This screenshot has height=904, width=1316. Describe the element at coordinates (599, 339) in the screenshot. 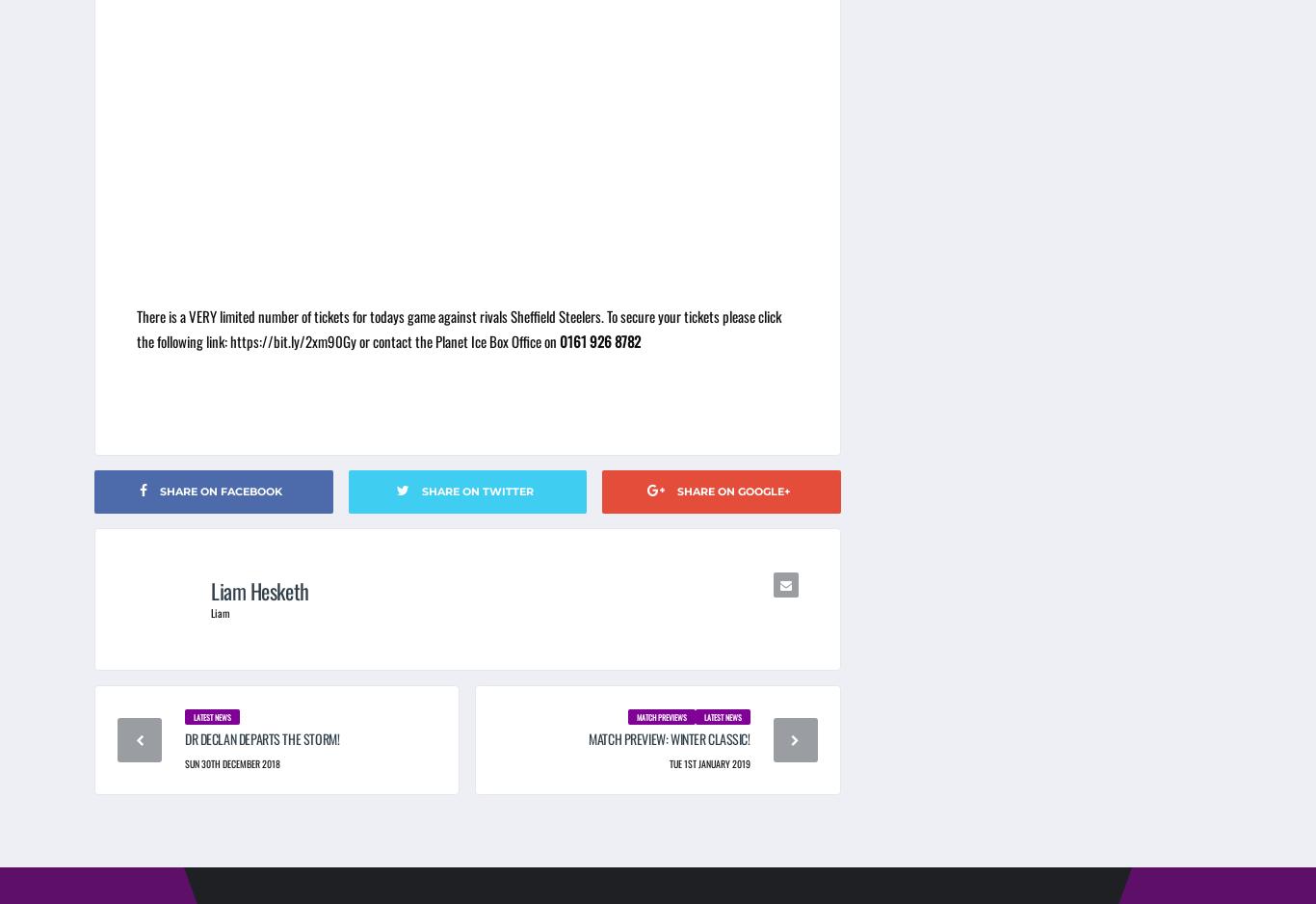

I see `'0161 926 8782'` at that location.